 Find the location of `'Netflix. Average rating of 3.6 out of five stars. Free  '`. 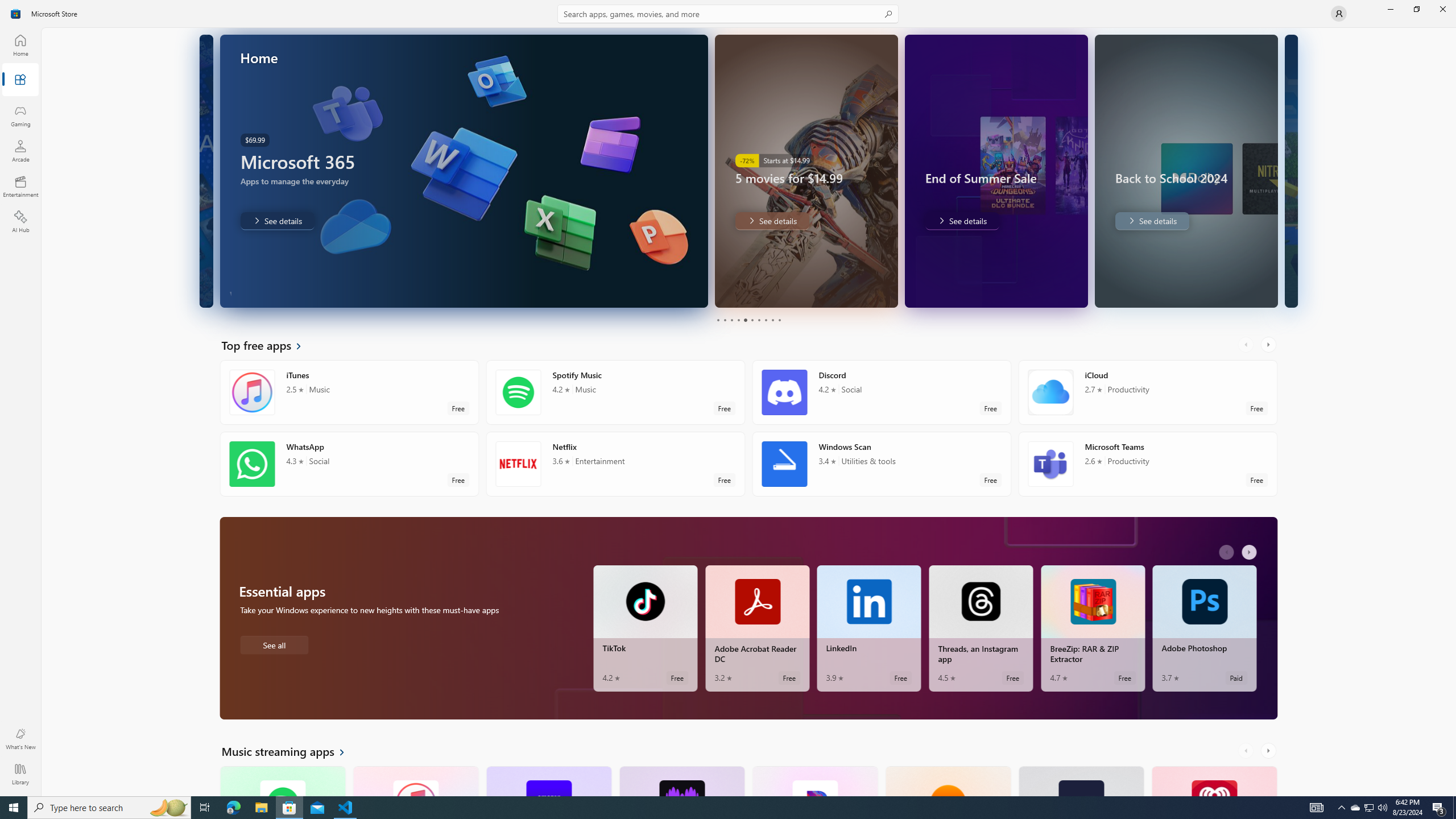

'Netflix. Average rating of 3.6 out of five stars. Free  ' is located at coordinates (615, 464).